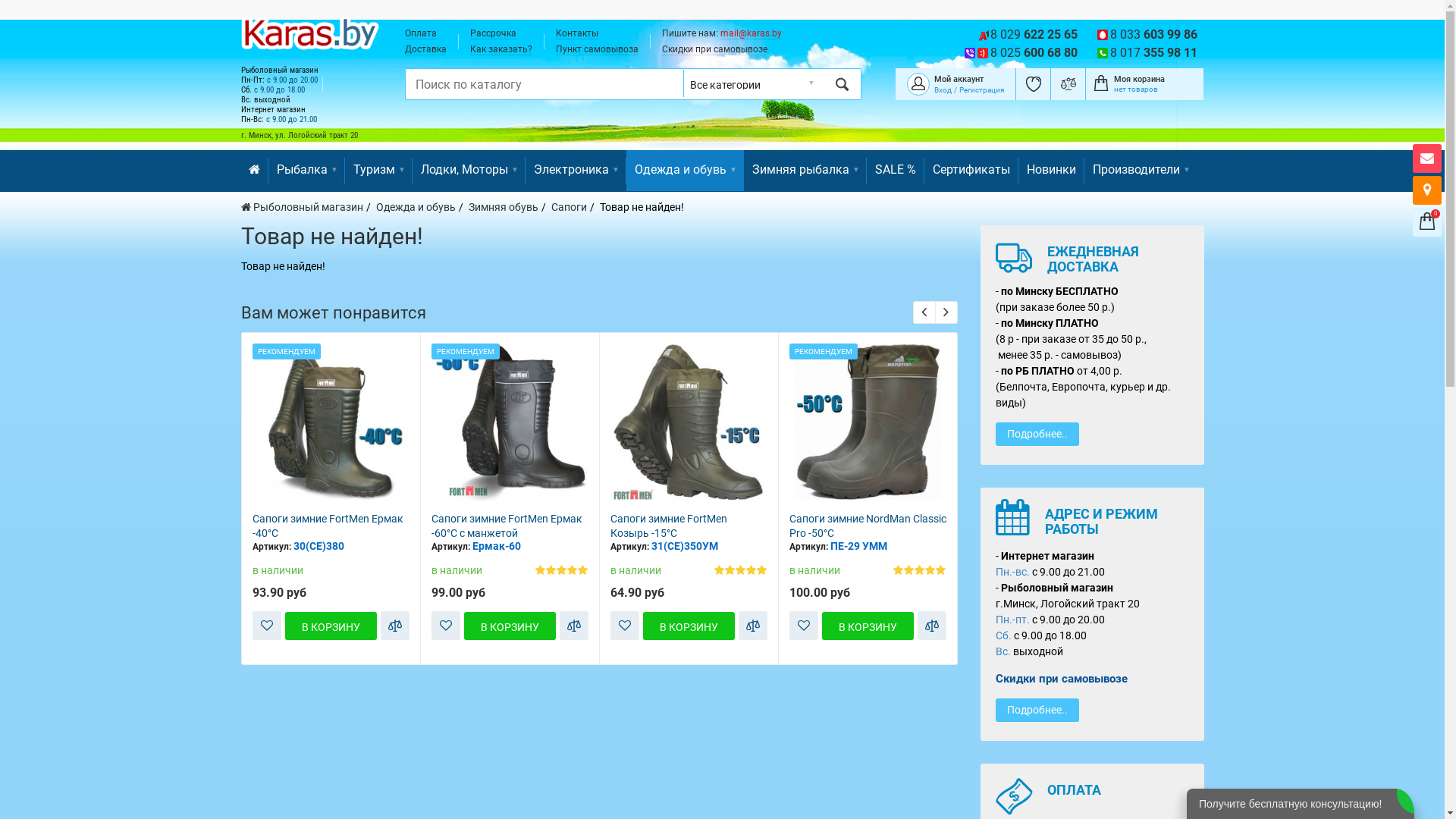 Image resolution: width=1456 pixels, height=819 pixels. What do you see at coordinates (1033, 34) in the screenshot?
I see `'8 029 622 25 65'` at bounding box center [1033, 34].